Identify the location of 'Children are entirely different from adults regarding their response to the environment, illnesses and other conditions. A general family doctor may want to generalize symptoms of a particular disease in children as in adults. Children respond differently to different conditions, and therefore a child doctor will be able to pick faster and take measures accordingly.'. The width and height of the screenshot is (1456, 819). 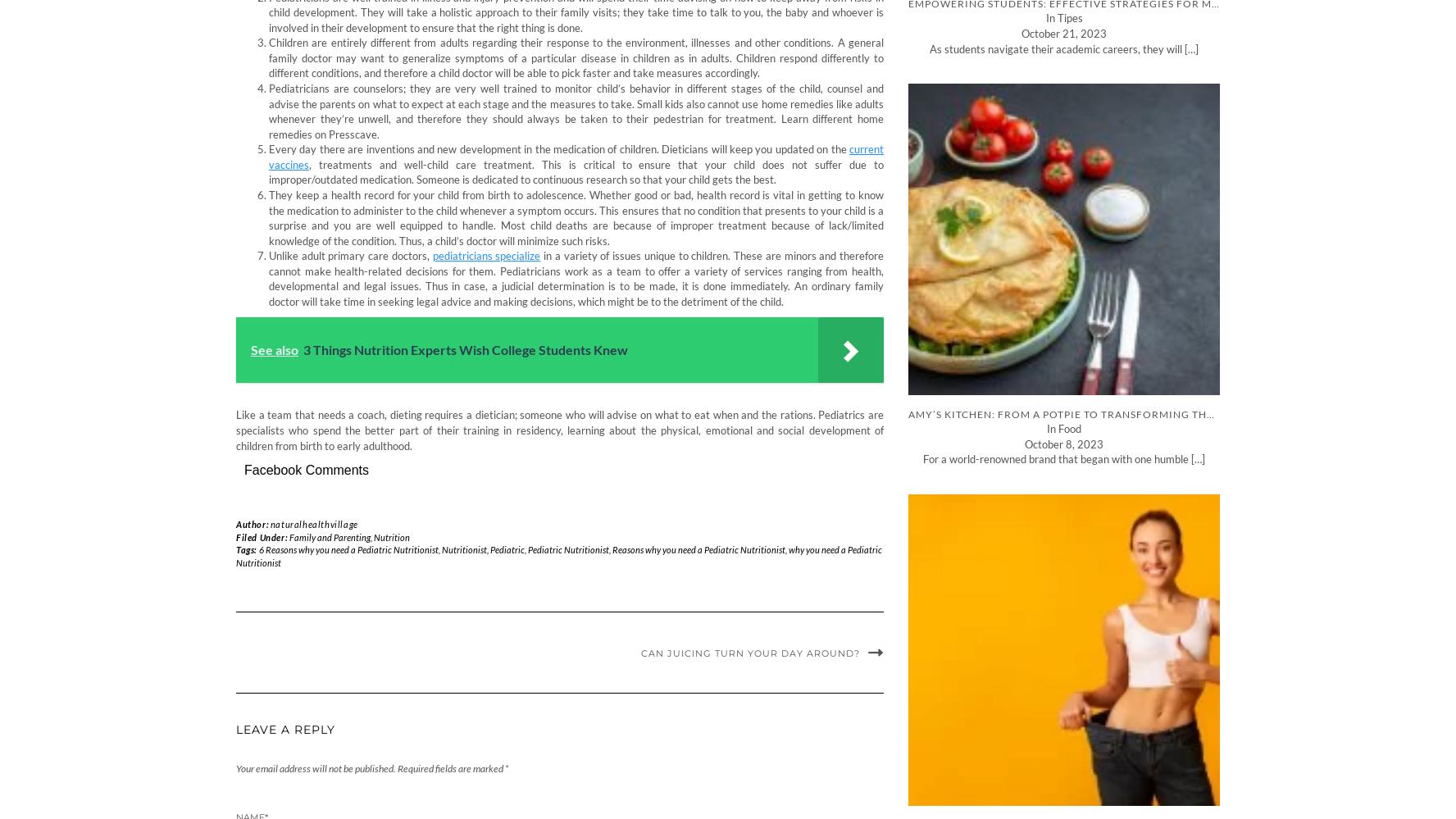
(576, 57).